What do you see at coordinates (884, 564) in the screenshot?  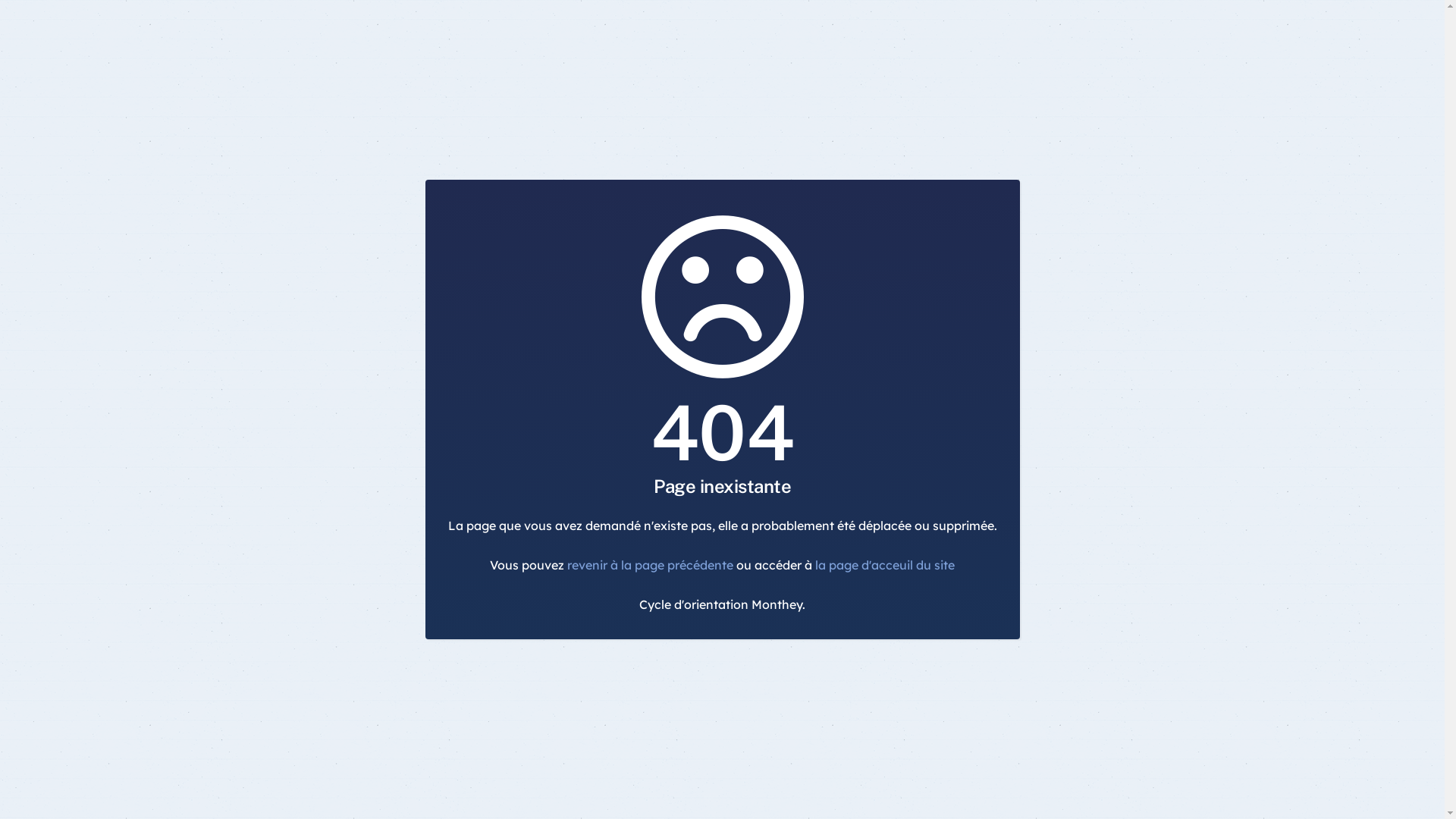 I see `'la page d'acceuil du site'` at bounding box center [884, 564].